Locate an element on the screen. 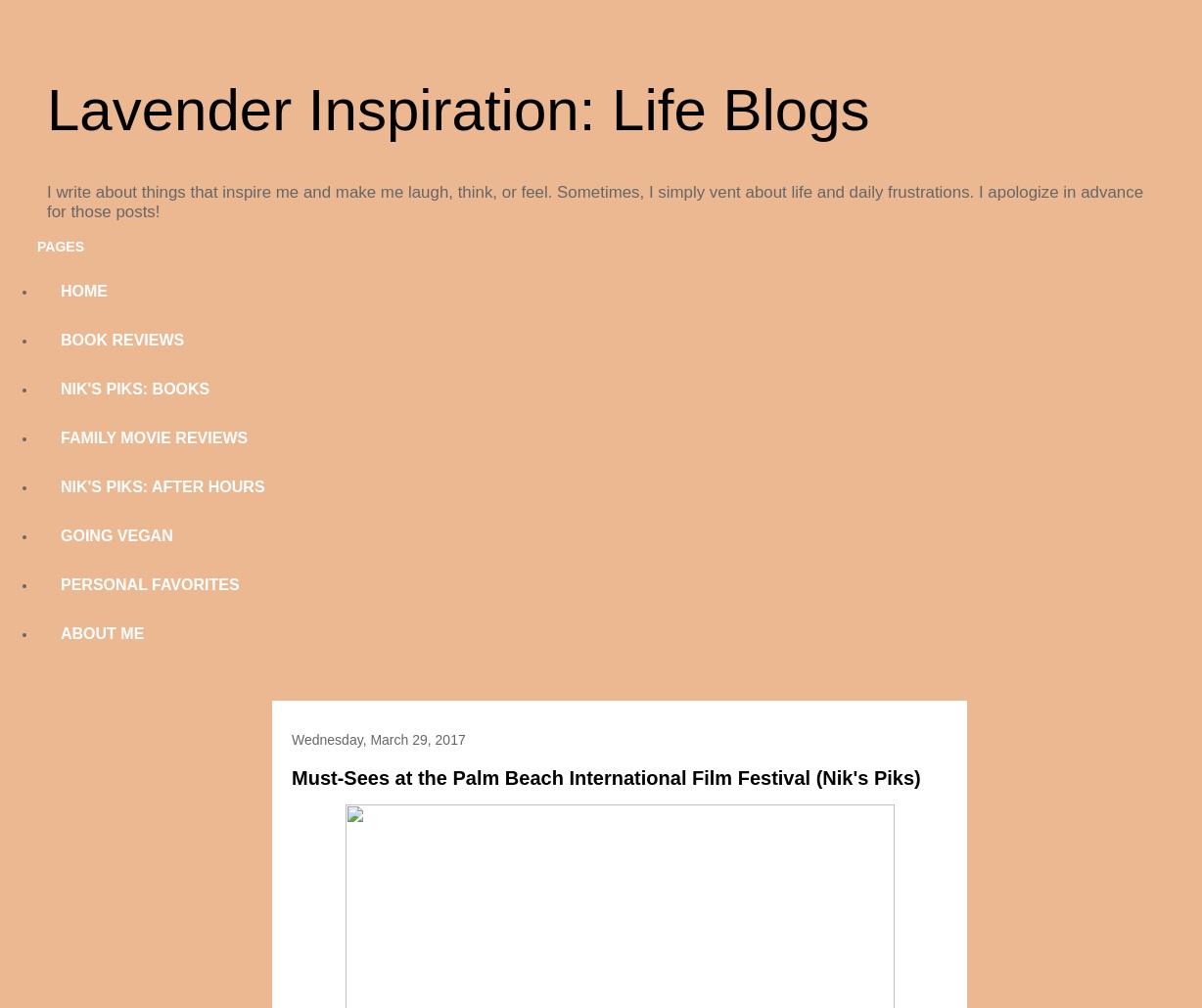 The image size is (1202, 1008). 'PERSONAL FAVORITES' is located at coordinates (150, 584).